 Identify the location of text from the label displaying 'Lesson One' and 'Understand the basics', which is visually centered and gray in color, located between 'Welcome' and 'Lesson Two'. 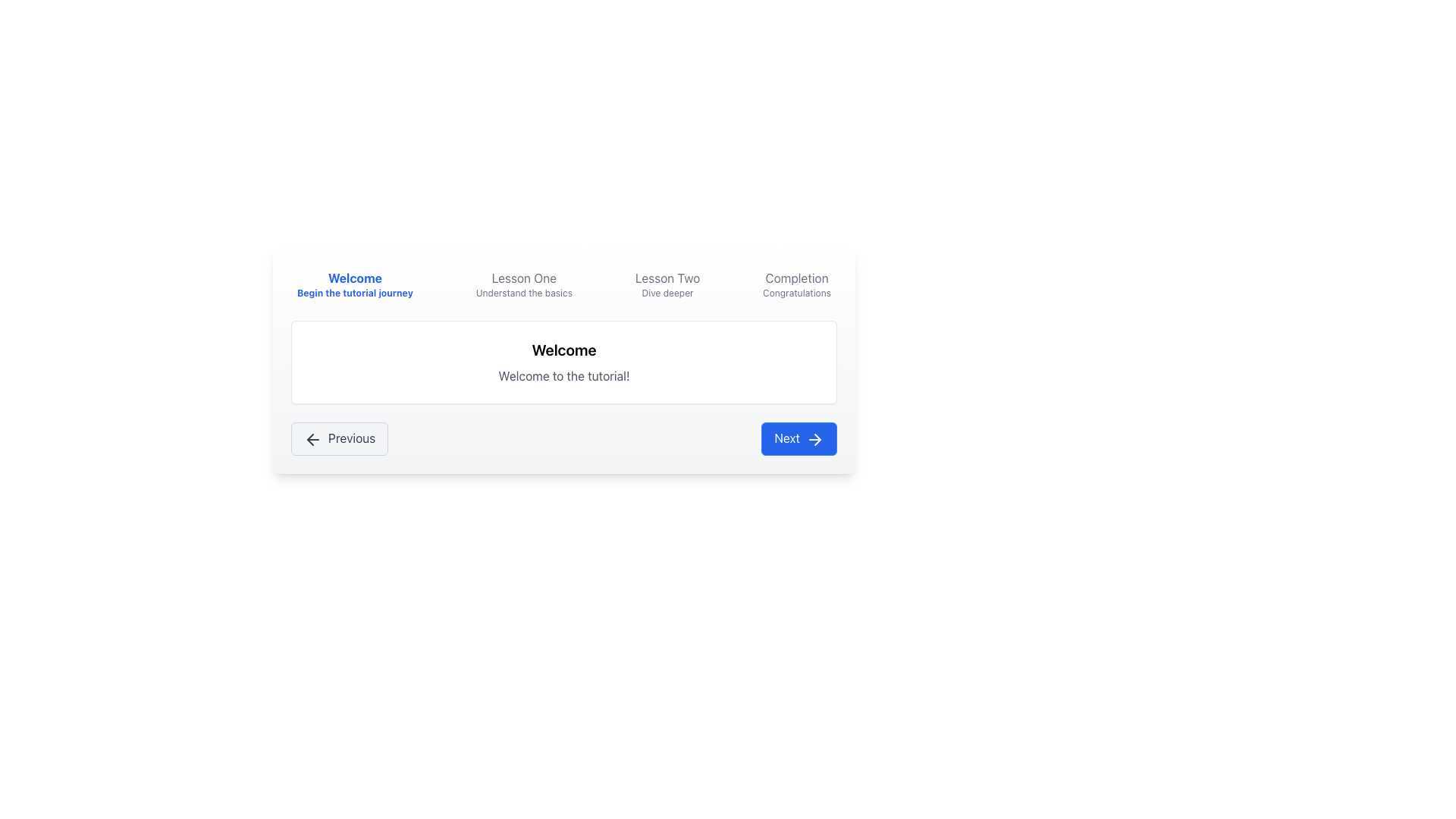
(524, 284).